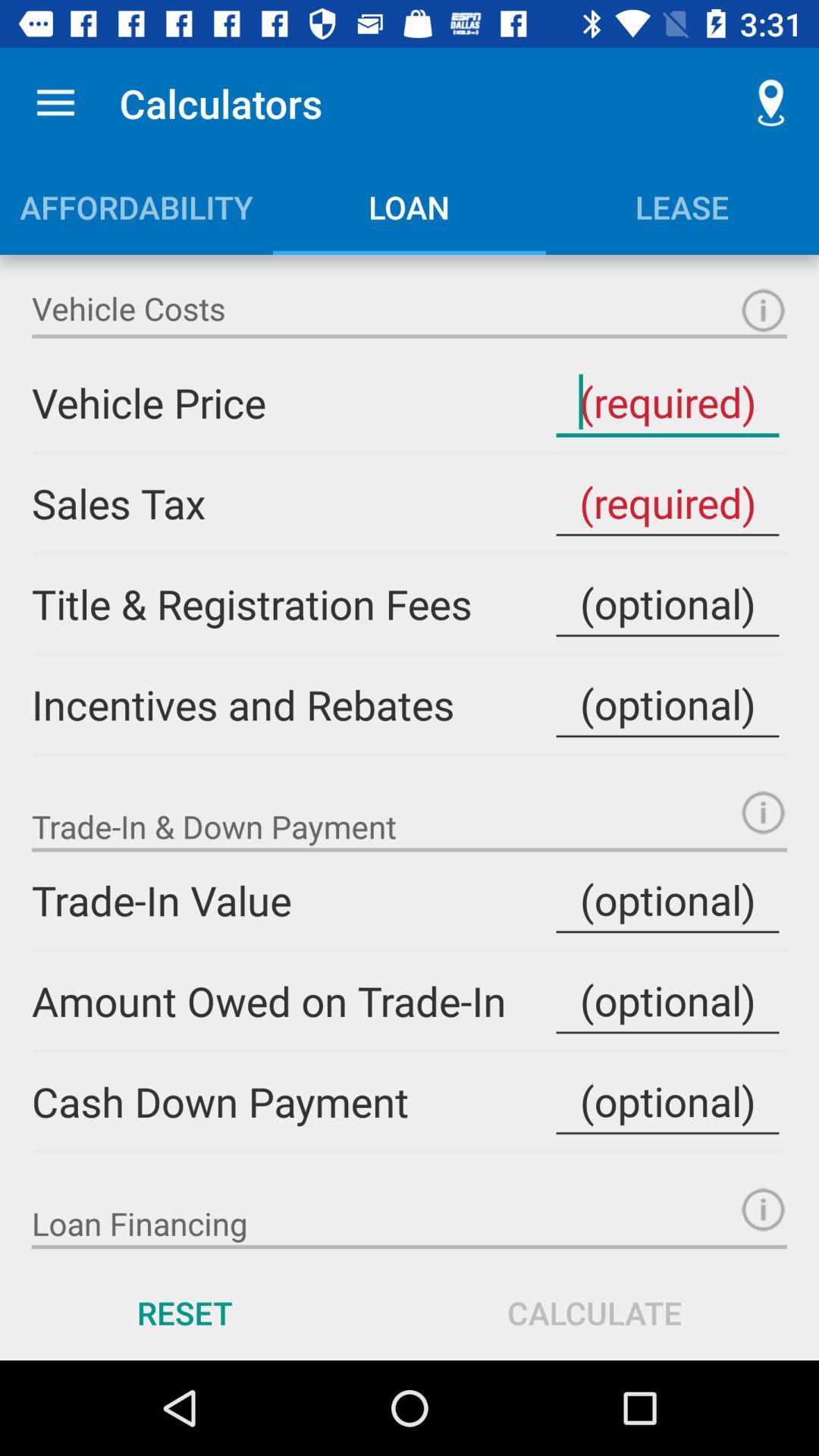 The image size is (819, 1456). I want to click on inventives and rebates, so click(667, 704).